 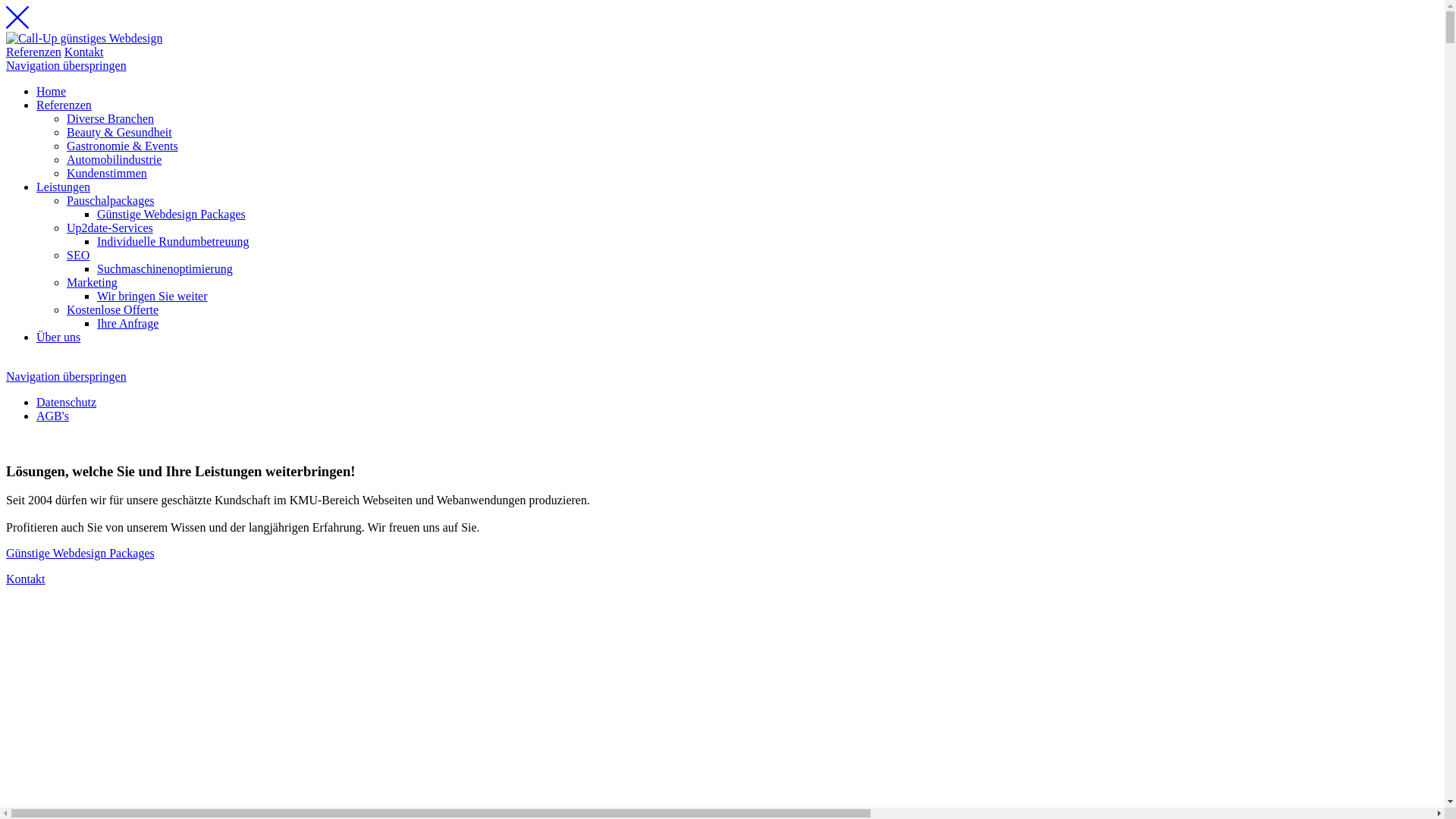 What do you see at coordinates (165, 268) in the screenshot?
I see `'Suchmaschinenoptimierung'` at bounding box center [165, 268].